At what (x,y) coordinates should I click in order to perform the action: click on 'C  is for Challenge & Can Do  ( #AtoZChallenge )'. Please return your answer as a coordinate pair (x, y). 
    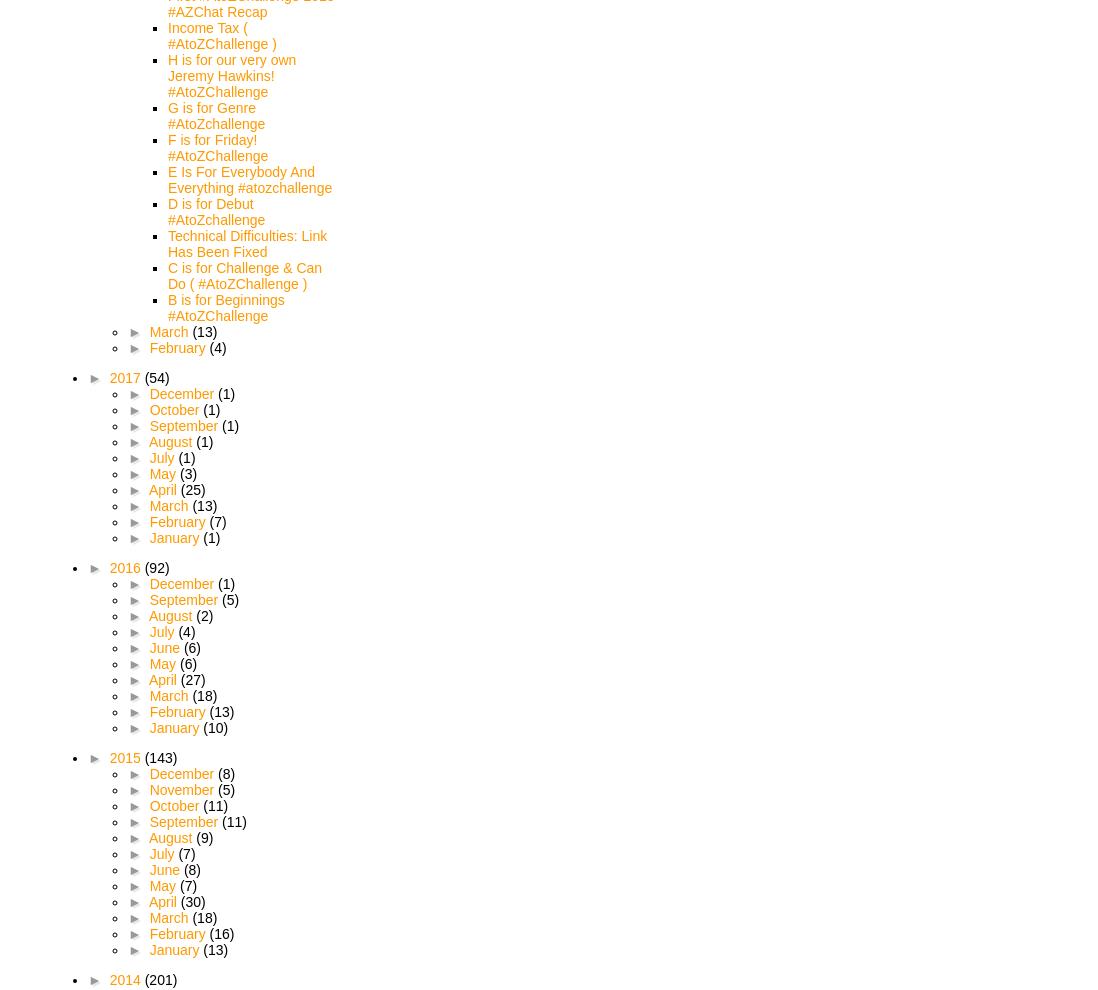
    Looking at the image, I should click on (167, 276).